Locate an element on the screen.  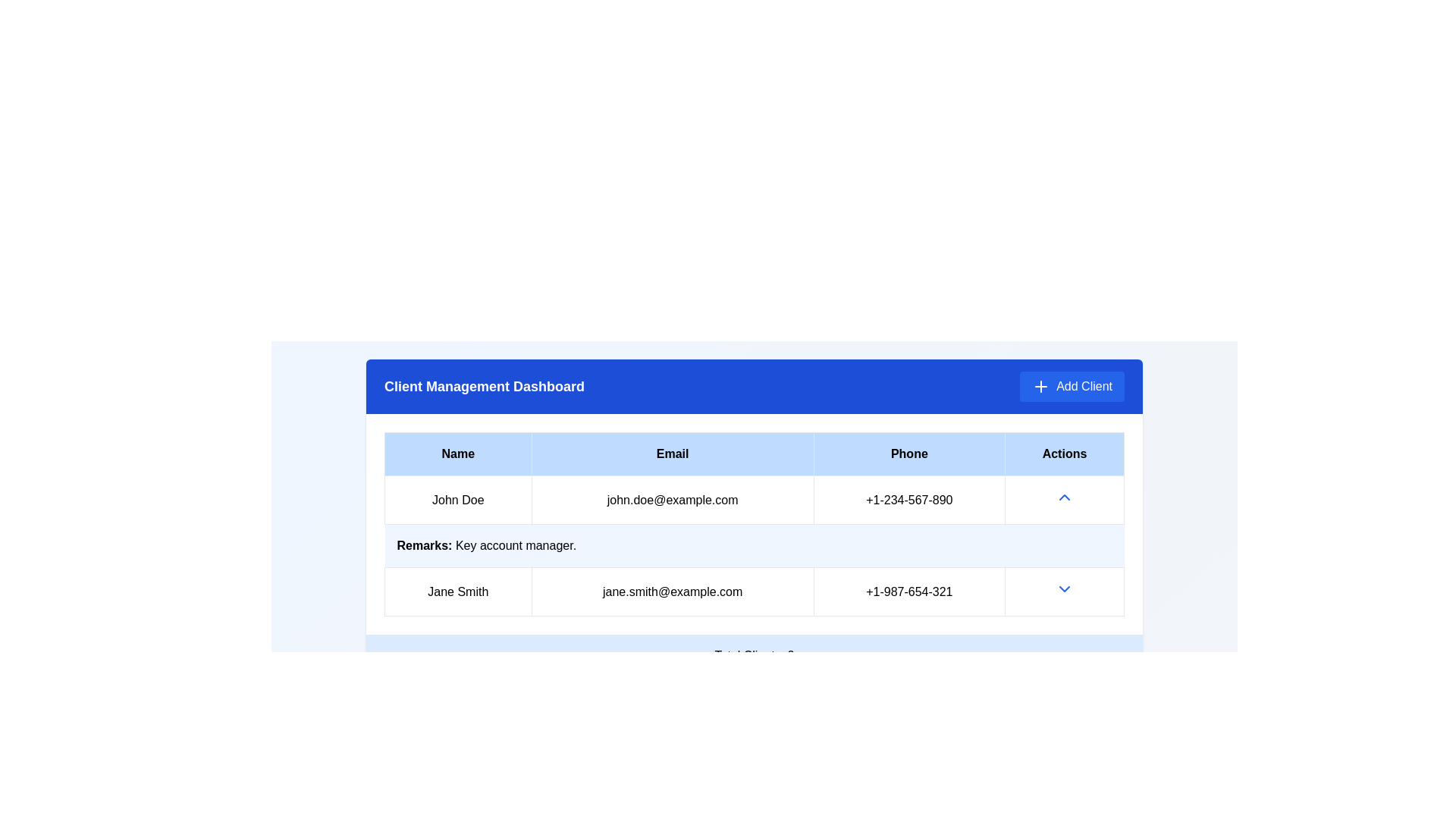
the upward navigation button in the 'Actions' column of the first row for 'John Doe' is located at coordinates (1063, 500).